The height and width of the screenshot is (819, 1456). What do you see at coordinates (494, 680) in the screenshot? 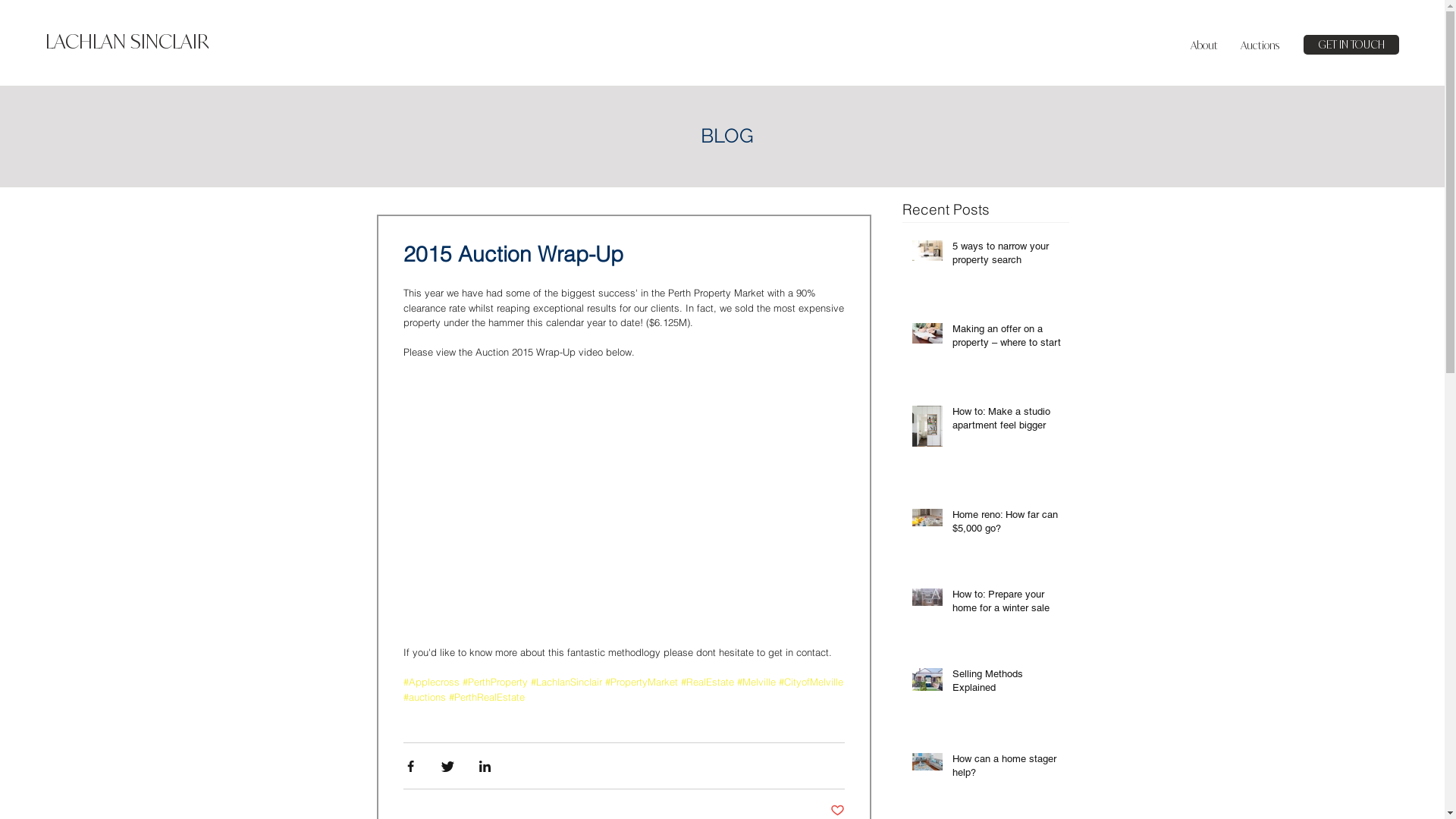
I see `'#PerthProperty'` at bounding box center [494, 680].